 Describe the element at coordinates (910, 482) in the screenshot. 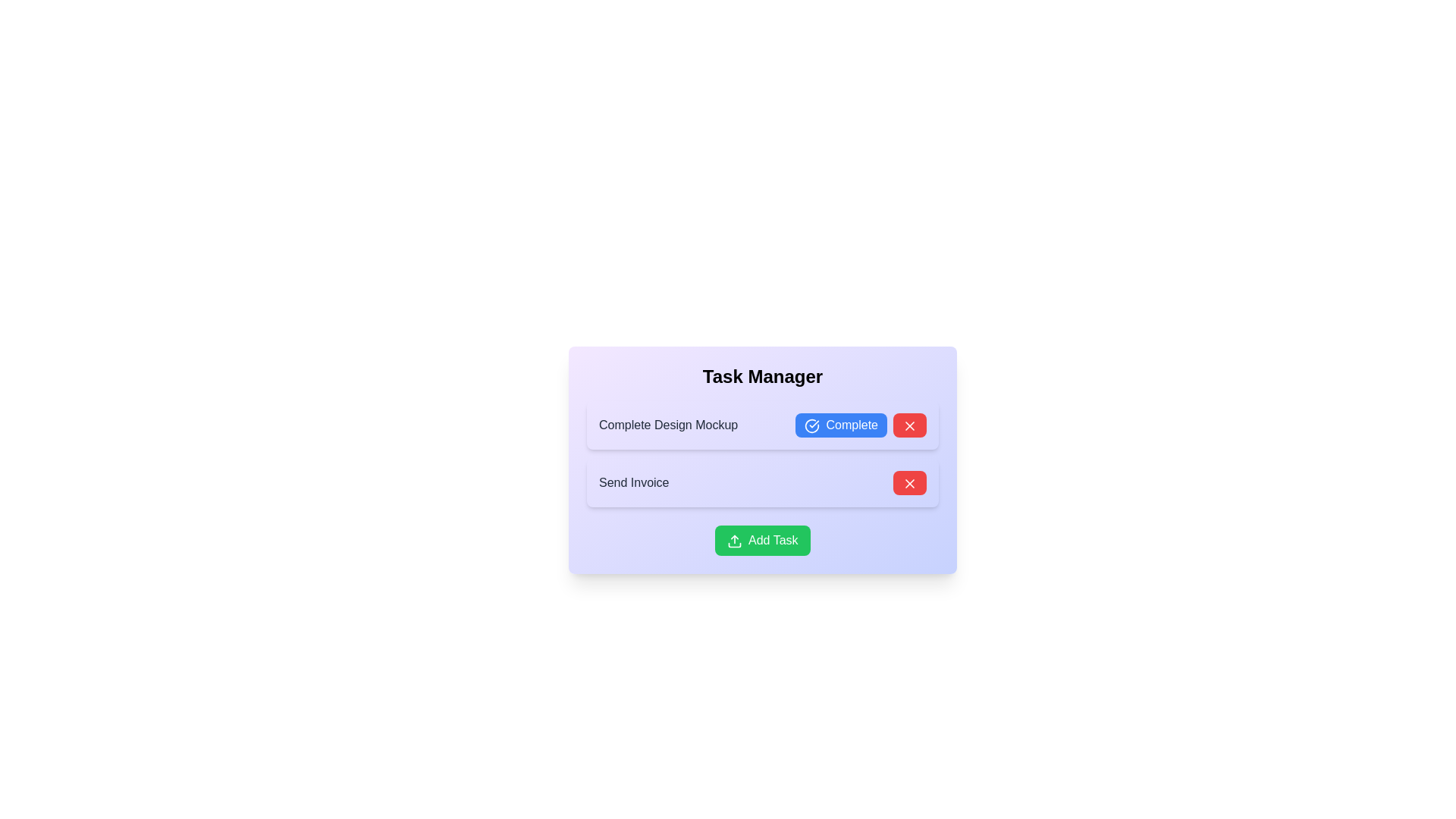

I see `the red rectangular button with a white 'X' icon located to the right of the 'Send Invoice' text in the second row of the task list in the 'Task Manager' panel` at that location.